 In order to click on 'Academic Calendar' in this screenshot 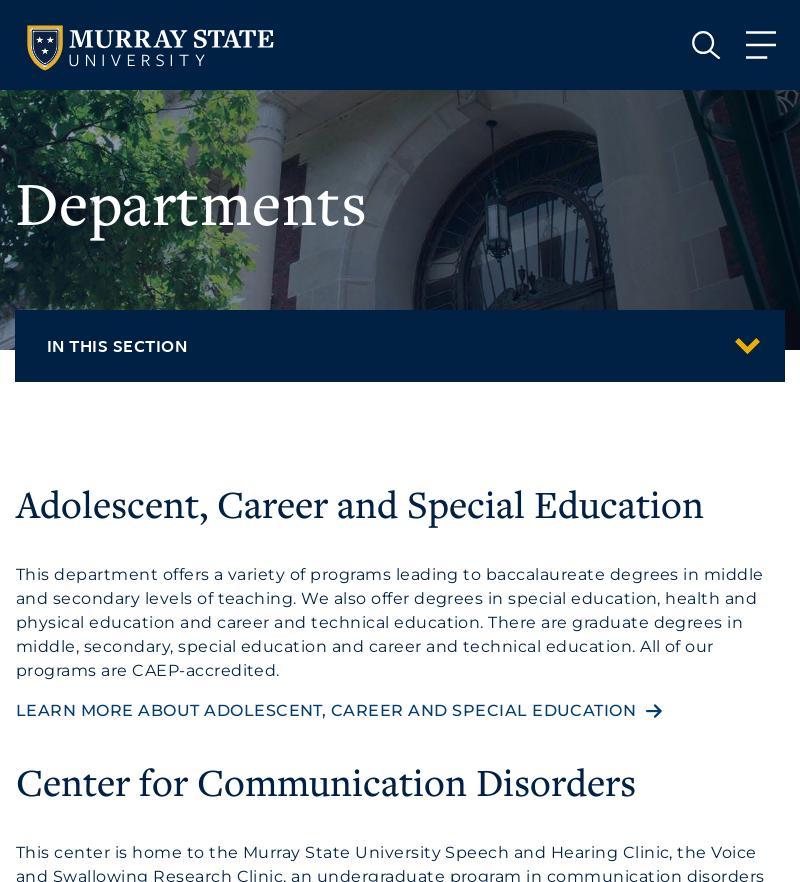, I will do `click(104, 487)`.